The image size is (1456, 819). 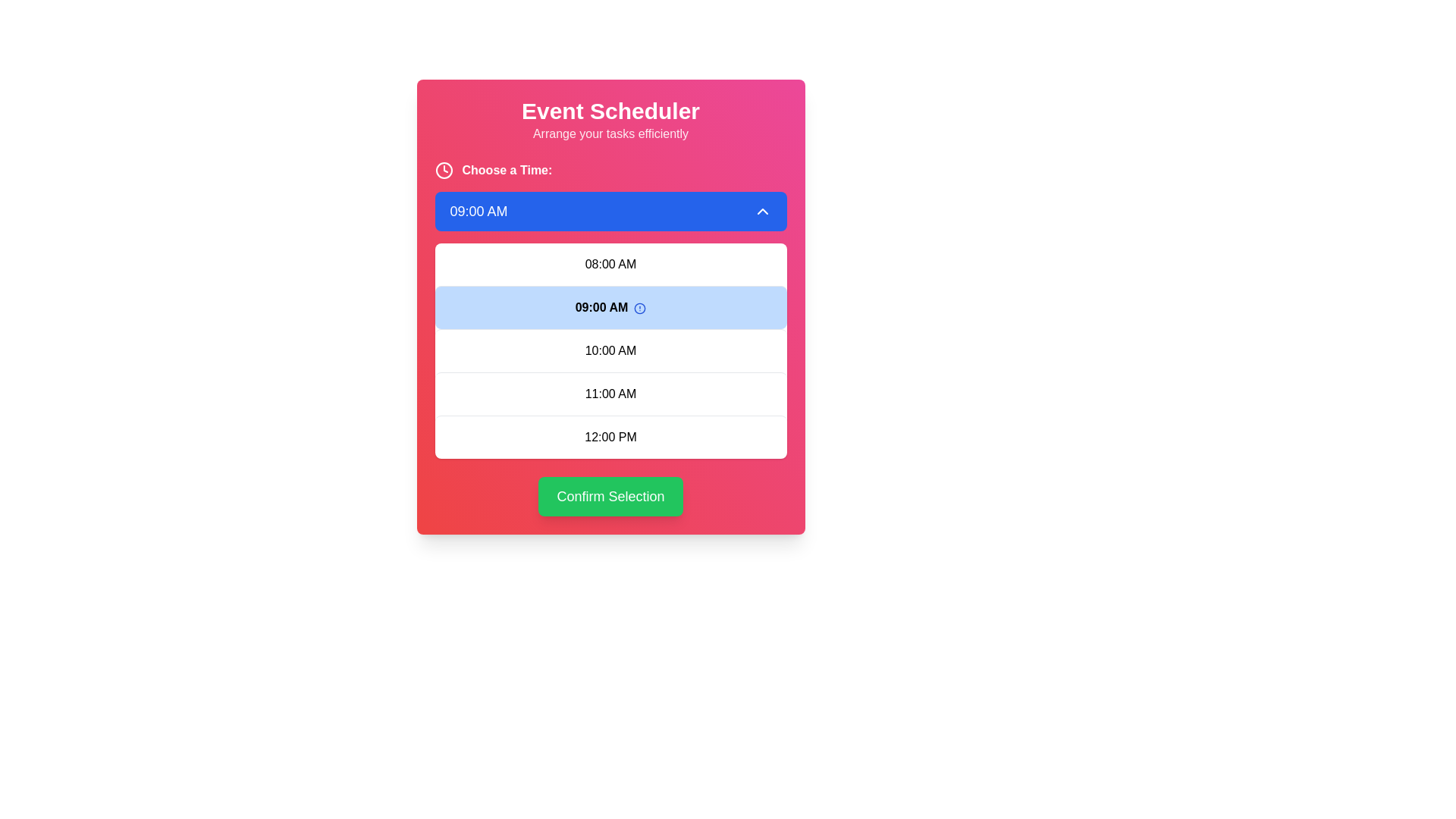 I want to click on the upward-pointing chevron icon button with a blue background, so click(x=762, y=211).